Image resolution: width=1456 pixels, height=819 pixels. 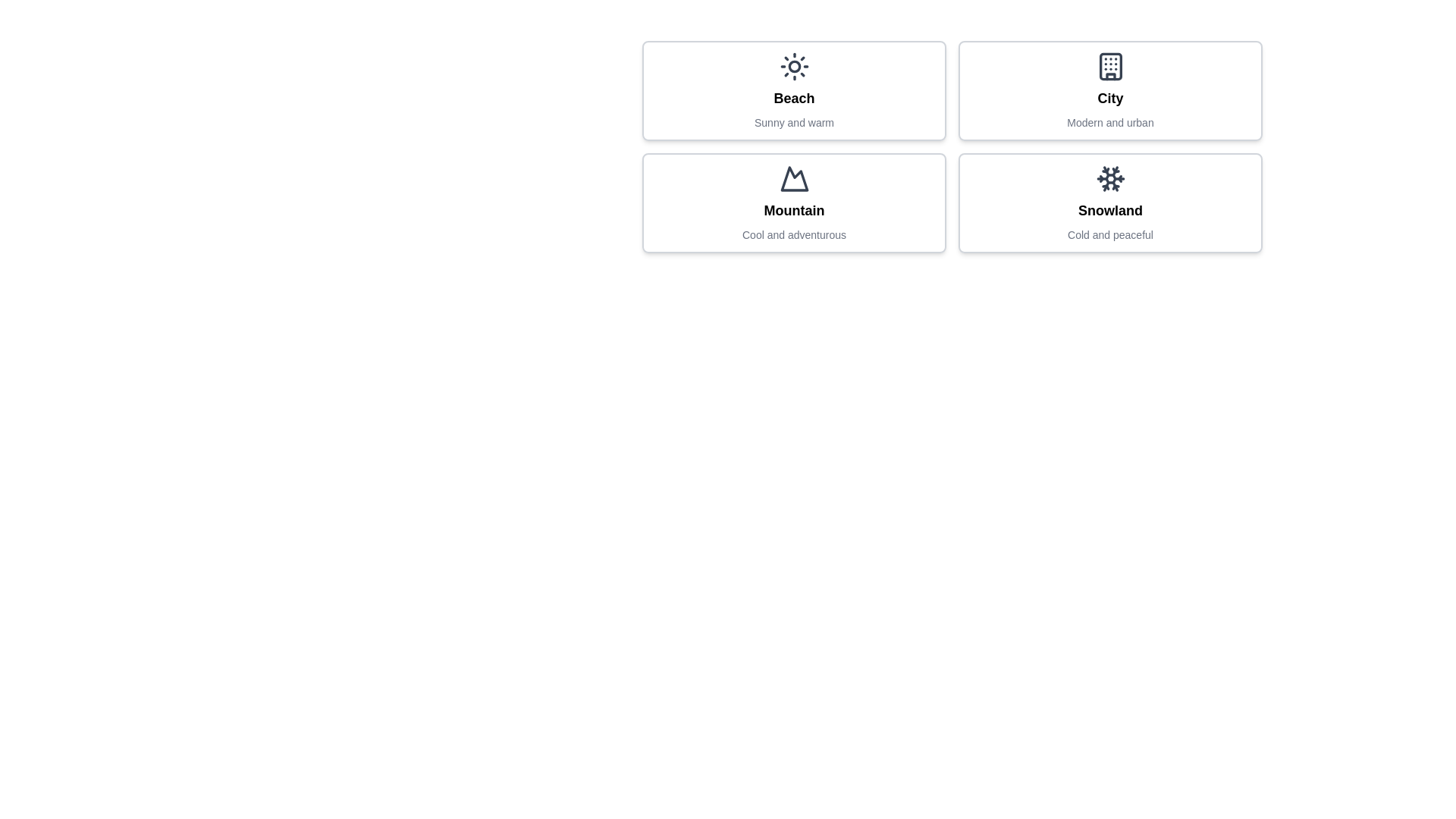 I want to click on the decorative SVG rectangle element representing a building in the 'City' card, which is positioned in the top row of the second column, so click(x=1110, y=66).